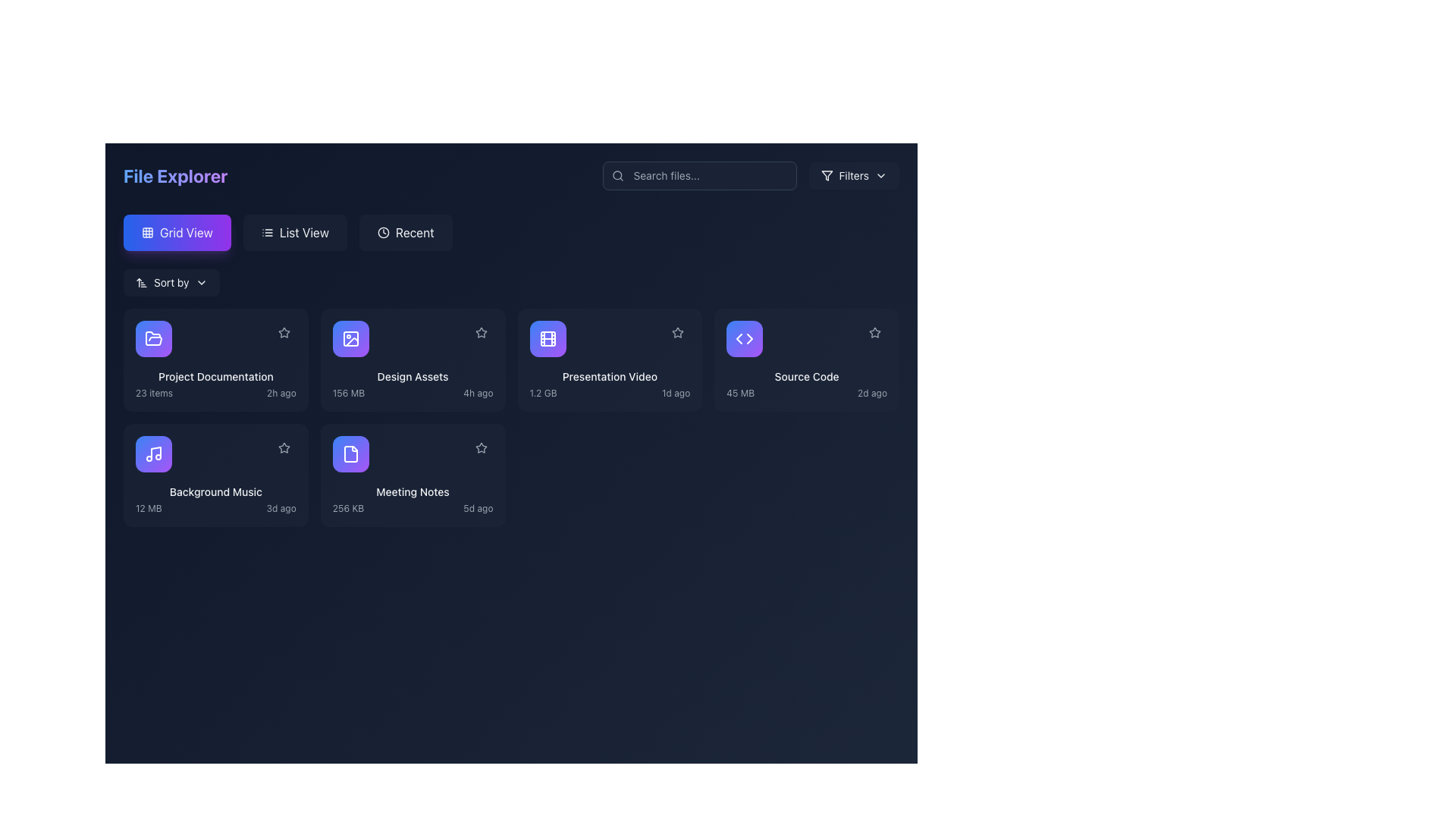 The width and height of the screenshot is (1456, 819). What do you see at coordinates (547, 338) in the screenshot?
I see `the SVG-based icon representing the media or video file associated with the 'Presentation Video' card, located in the third column of the top row` at bounding box center [547, 338].